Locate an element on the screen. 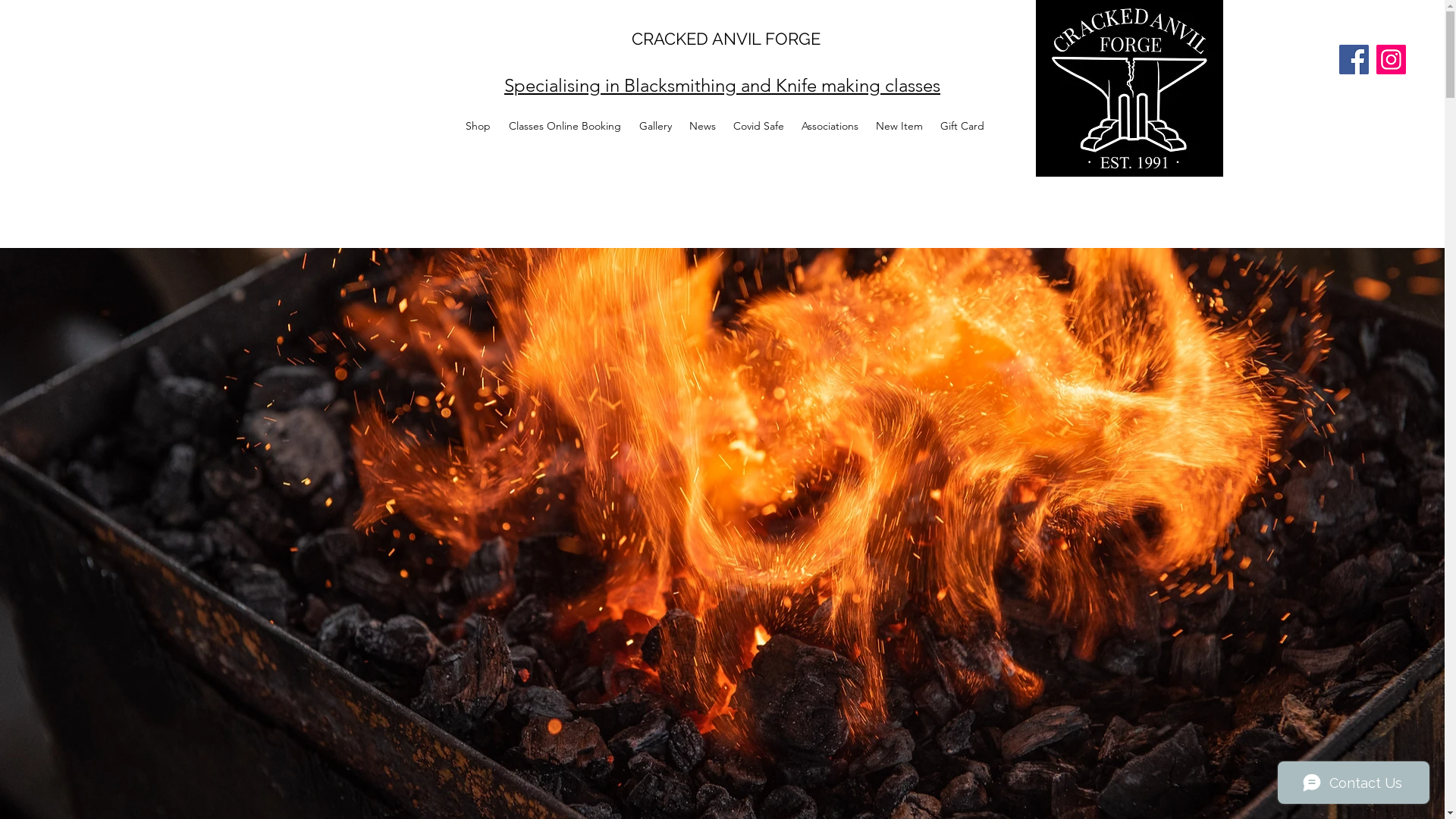 The height and width of the screenshot is (819, 1456). 'Gift Card' is located at coordinates (961, 124).